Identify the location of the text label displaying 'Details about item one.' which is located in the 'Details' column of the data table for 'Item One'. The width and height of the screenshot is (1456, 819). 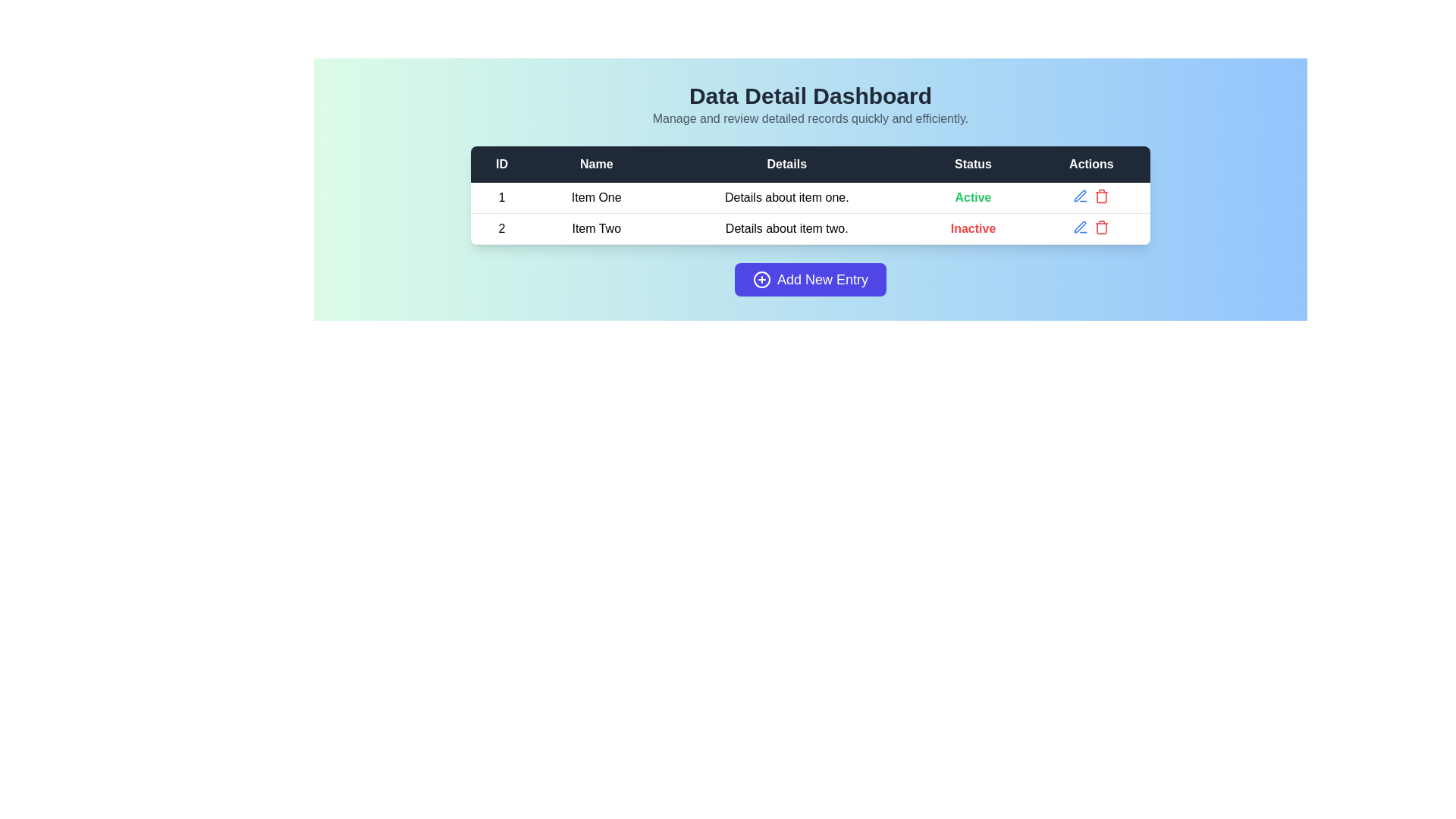
(786, 197).